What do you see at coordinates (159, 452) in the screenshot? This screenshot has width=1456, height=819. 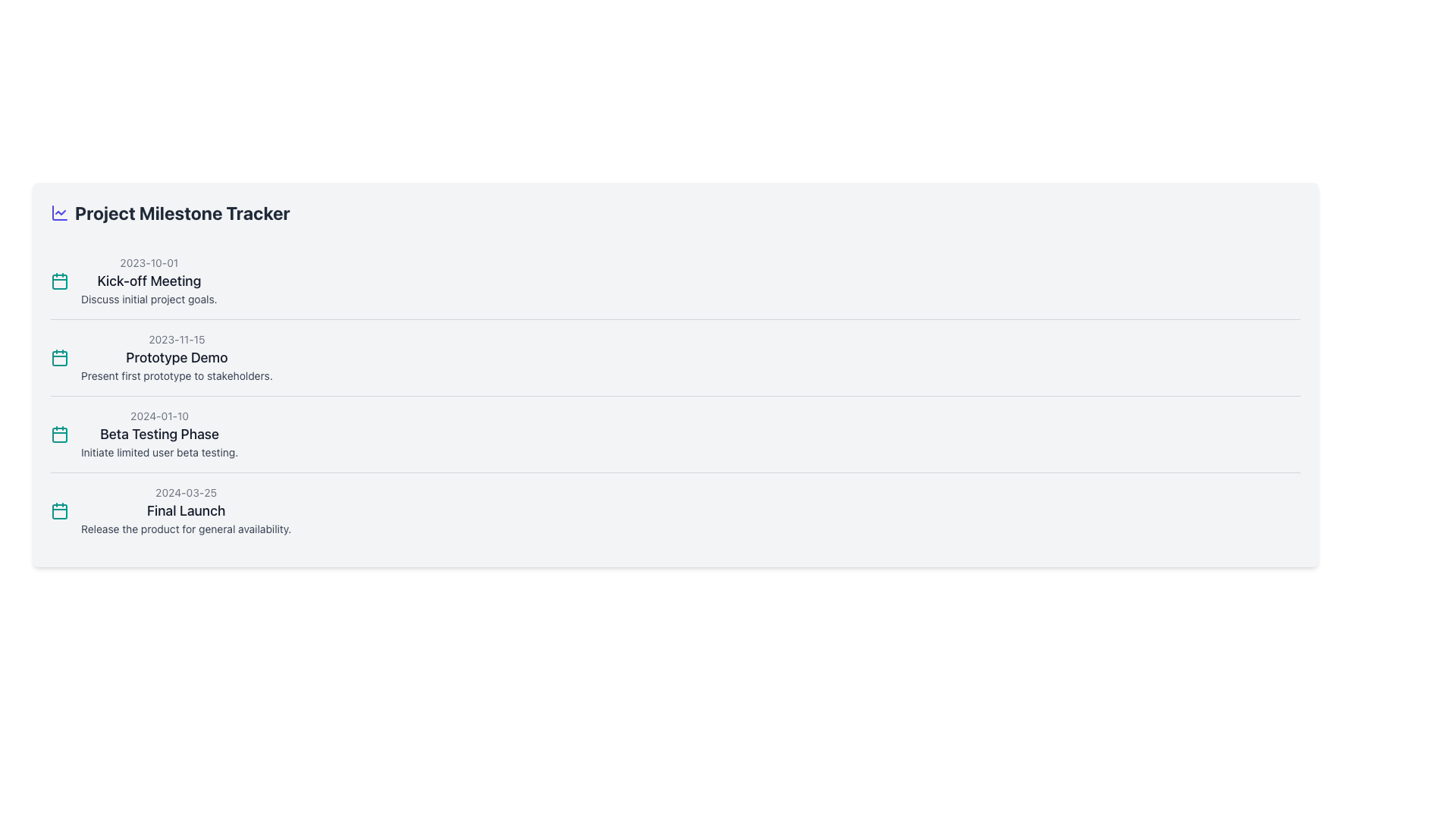 I see `the interactive text label providing information about the milestone '2024-01-10 Beta Testing Phase', which is positioned below the heading and above the next milestone` at bounding box center [159, 452].